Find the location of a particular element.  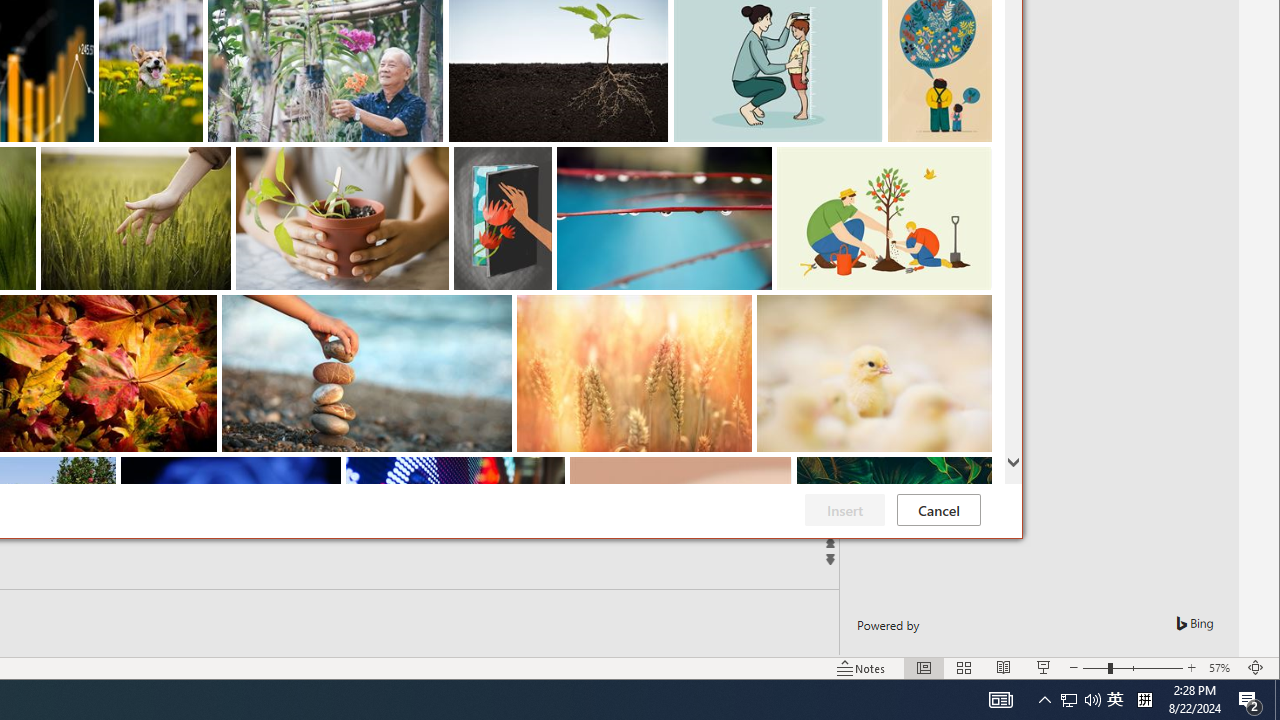

'Reading View' is located at coordinates (1004, 668).